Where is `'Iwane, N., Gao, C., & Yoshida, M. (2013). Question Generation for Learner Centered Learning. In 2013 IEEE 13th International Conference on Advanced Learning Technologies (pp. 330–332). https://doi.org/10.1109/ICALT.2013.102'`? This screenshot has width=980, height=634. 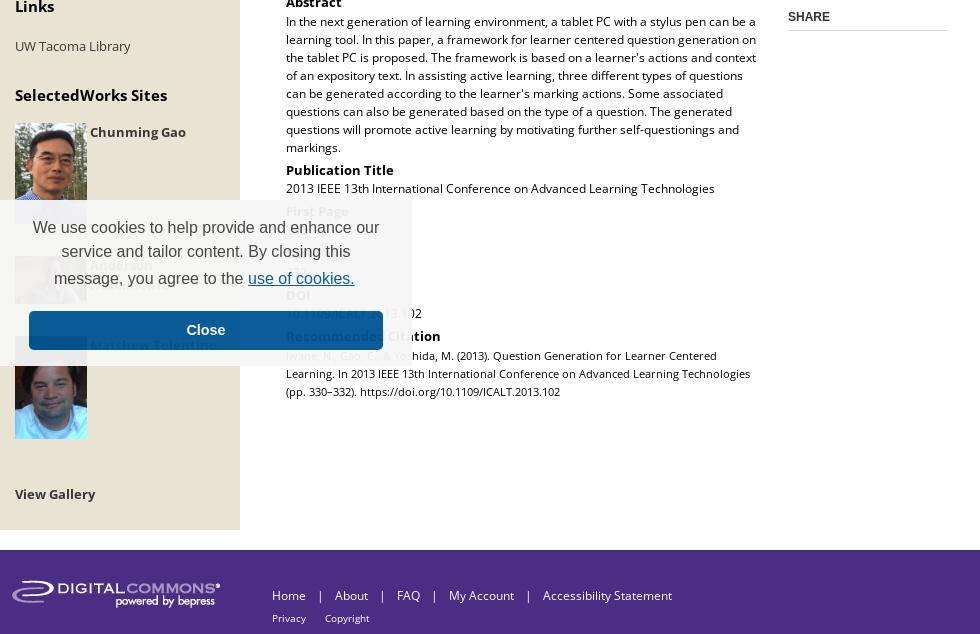
'Iwane, N., Gao, C., & Yoshida, M. (2013). Question Generation for Learner Centered Learning. In 2013 IEEE 13th International Conference on Advanced Learning Technologies (pp. 330–332). https://doi.org/10.1109/ICALT.2013.102' is located at coordinates (285, 372).